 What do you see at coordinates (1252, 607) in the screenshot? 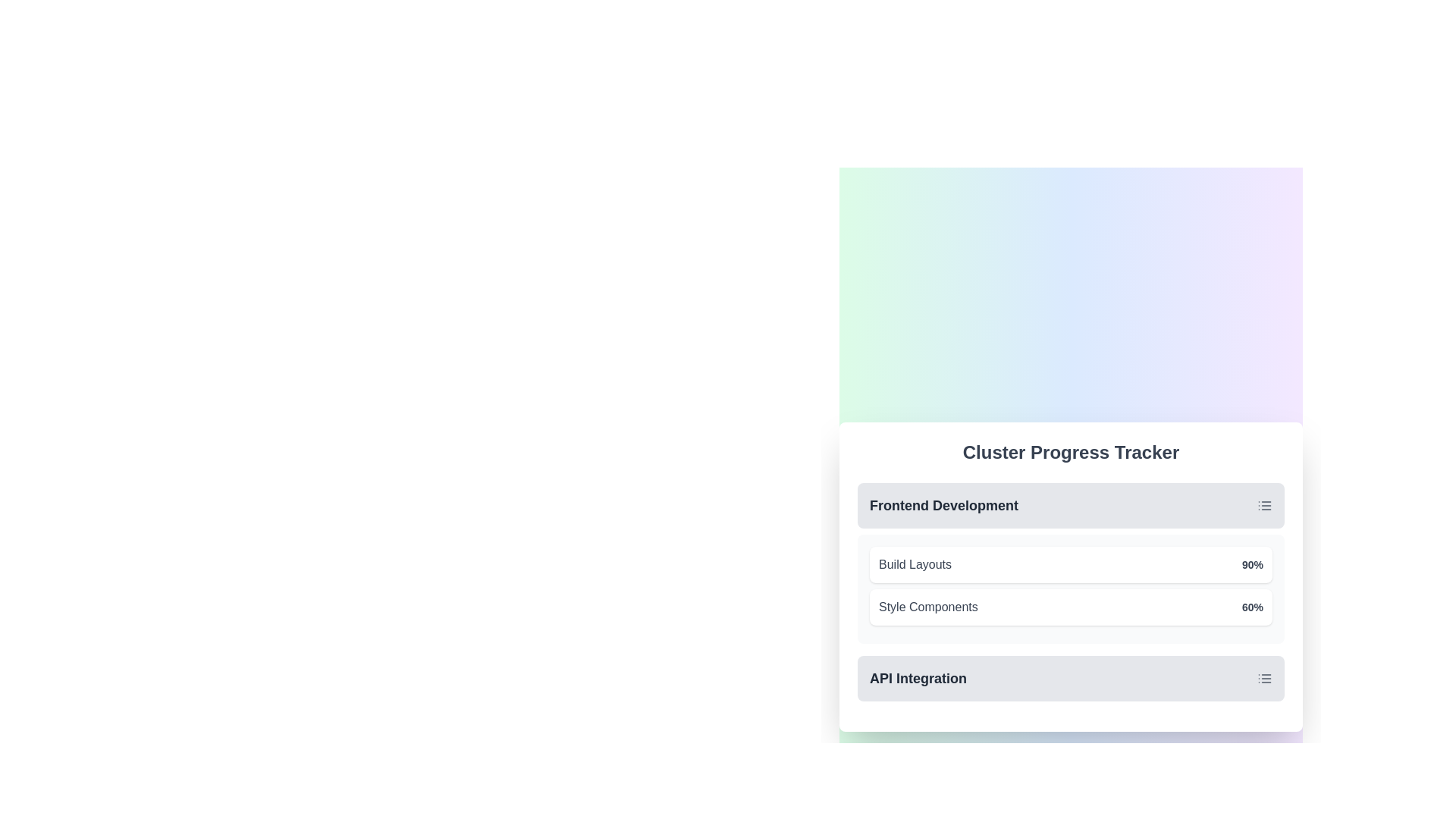
I see `the text label displaying '60%' in bold styling, indicating a percentage value, located within the 'Frontend Development' section next to the 'Style Components' list item` at bounding box center [1252, 607].